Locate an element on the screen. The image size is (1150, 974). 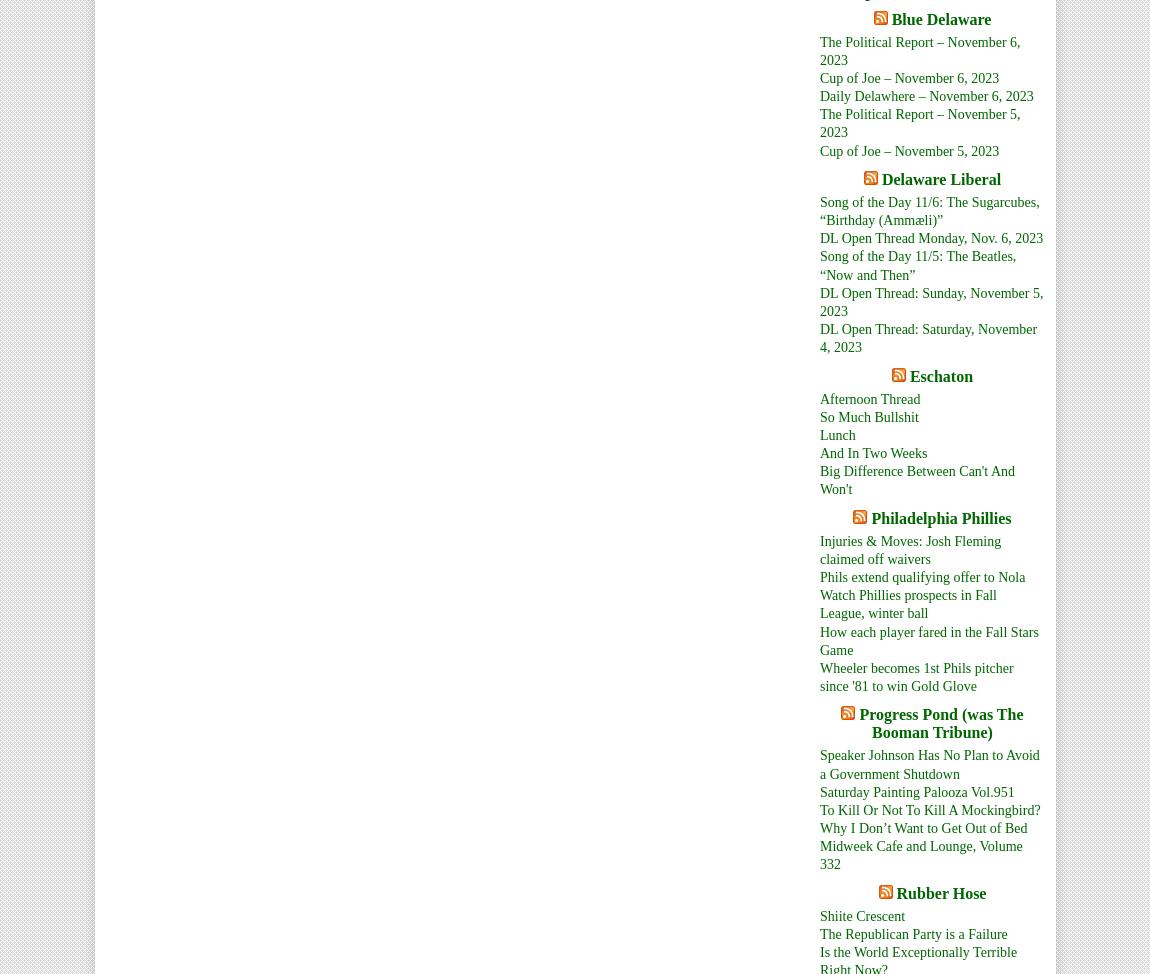
'To Kill Or Not To Kill A Mockingbird?' is located at coordinates (930, 808).